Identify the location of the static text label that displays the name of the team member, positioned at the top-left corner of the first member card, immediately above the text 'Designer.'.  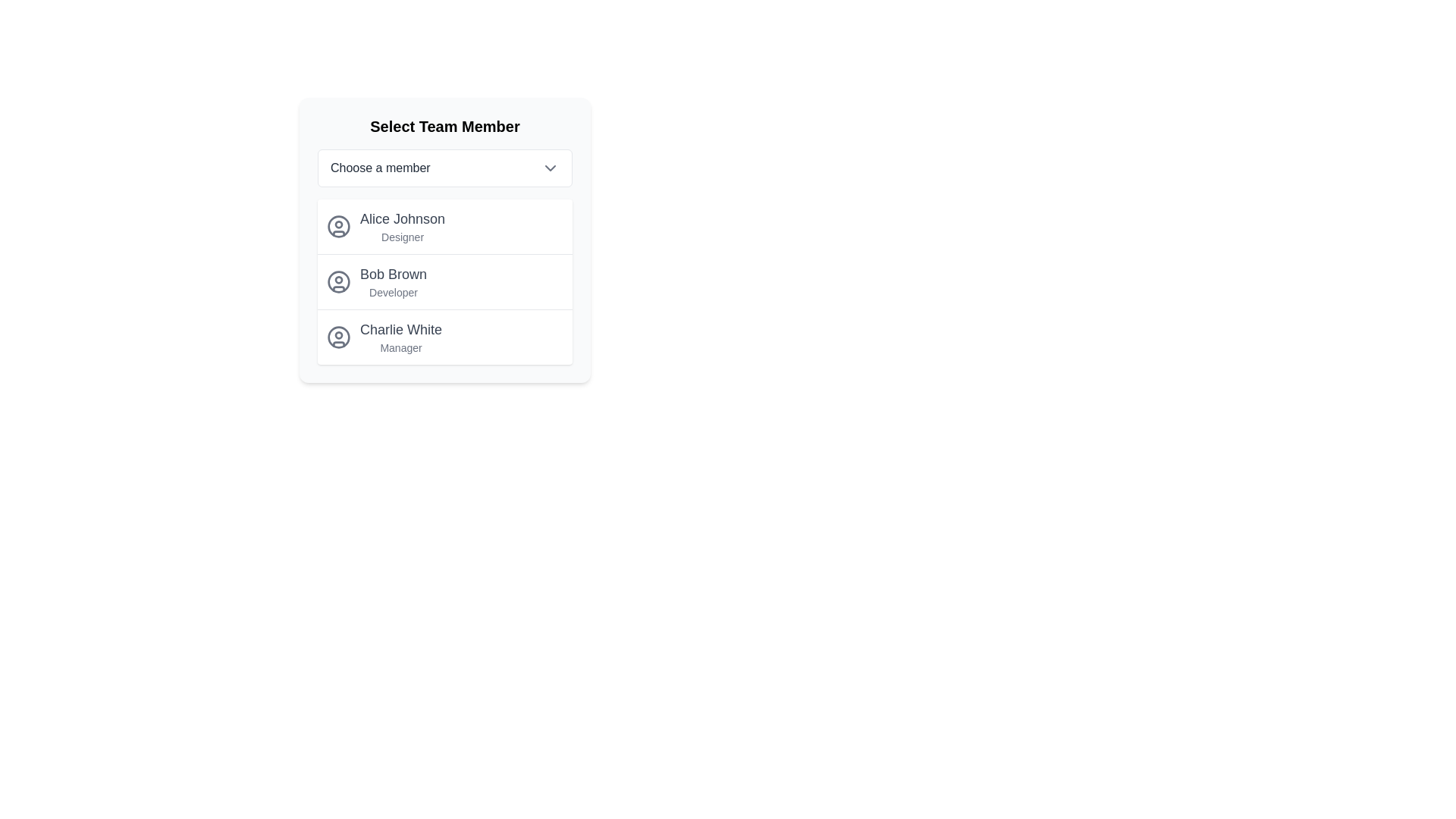
(403, 219).